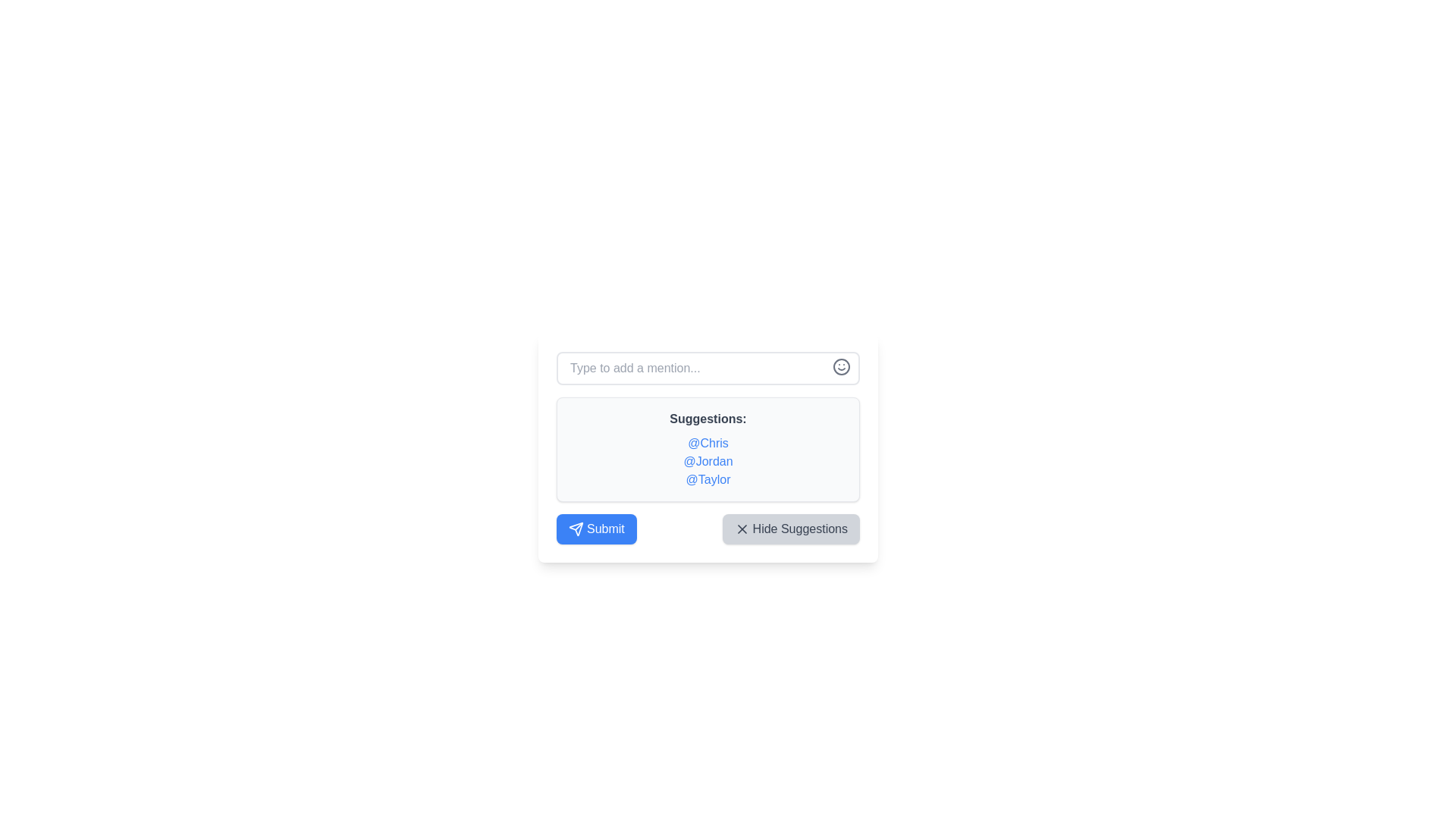 The image size is (1456, 819). What do you see at coordinates (742, 529) in the screenshot?
I see `the cross icon within the 'Hide Suggestions' button located in the bottom-right corner of the suggestion box to hide the suggestions` at bounding box center [742, 529].